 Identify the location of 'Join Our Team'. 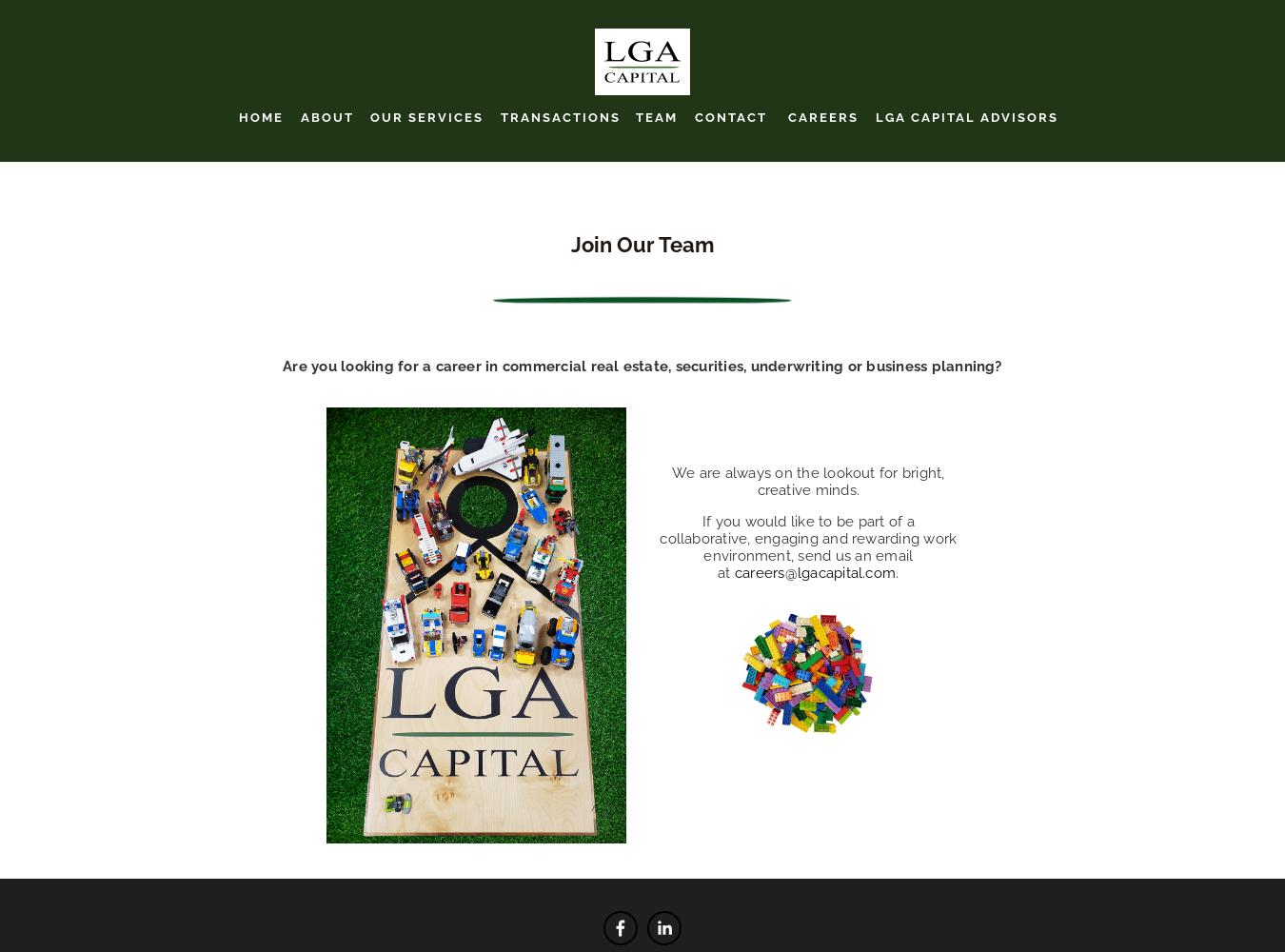
(570, 244).